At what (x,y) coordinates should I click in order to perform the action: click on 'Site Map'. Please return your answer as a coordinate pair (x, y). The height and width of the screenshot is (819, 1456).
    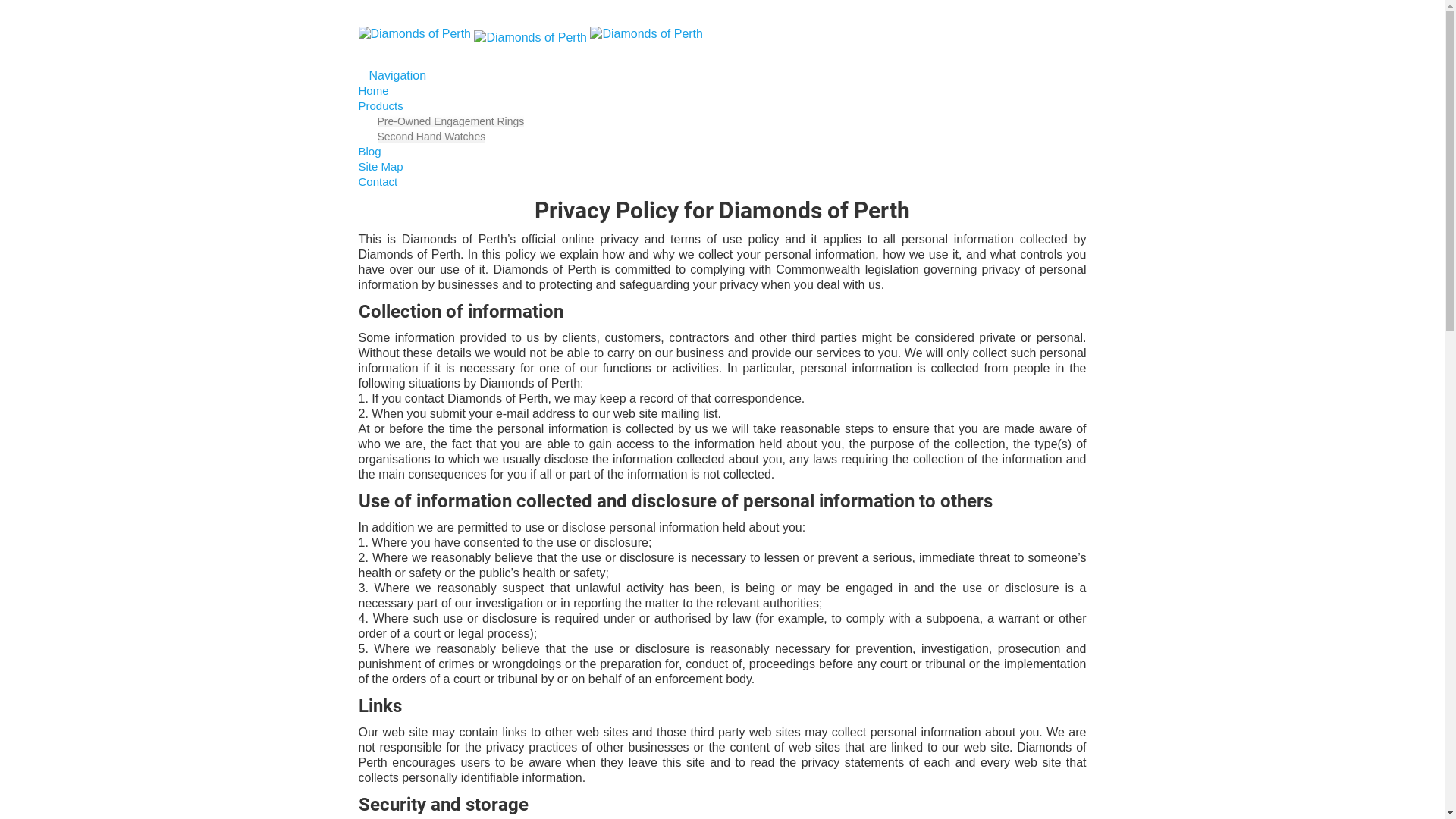
    Looking at the image, I should click on (380, 166).